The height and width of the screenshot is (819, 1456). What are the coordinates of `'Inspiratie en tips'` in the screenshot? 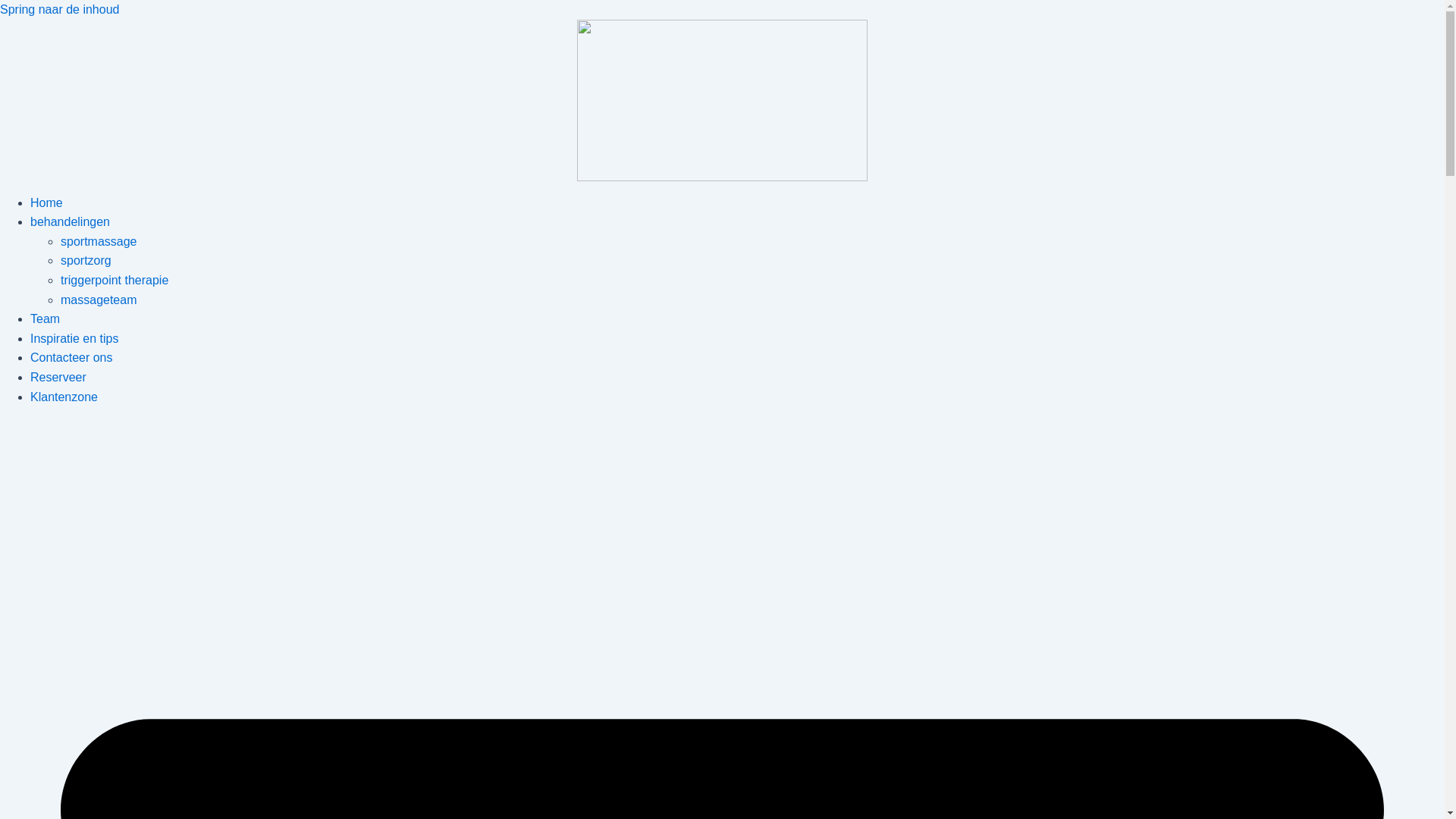 It's located at (74, 337).